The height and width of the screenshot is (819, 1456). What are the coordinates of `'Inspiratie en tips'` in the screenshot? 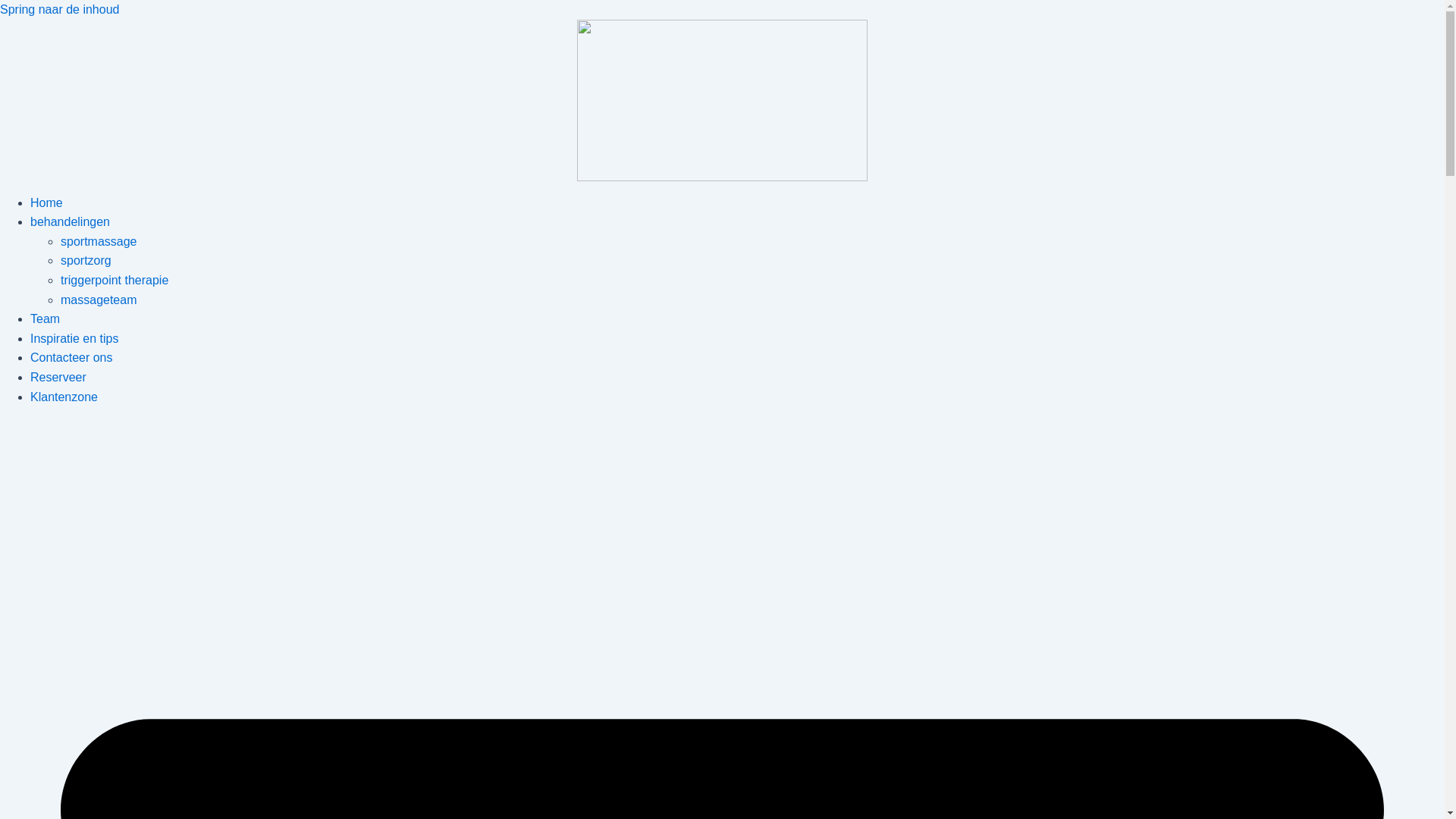 It's located at (74, 337).